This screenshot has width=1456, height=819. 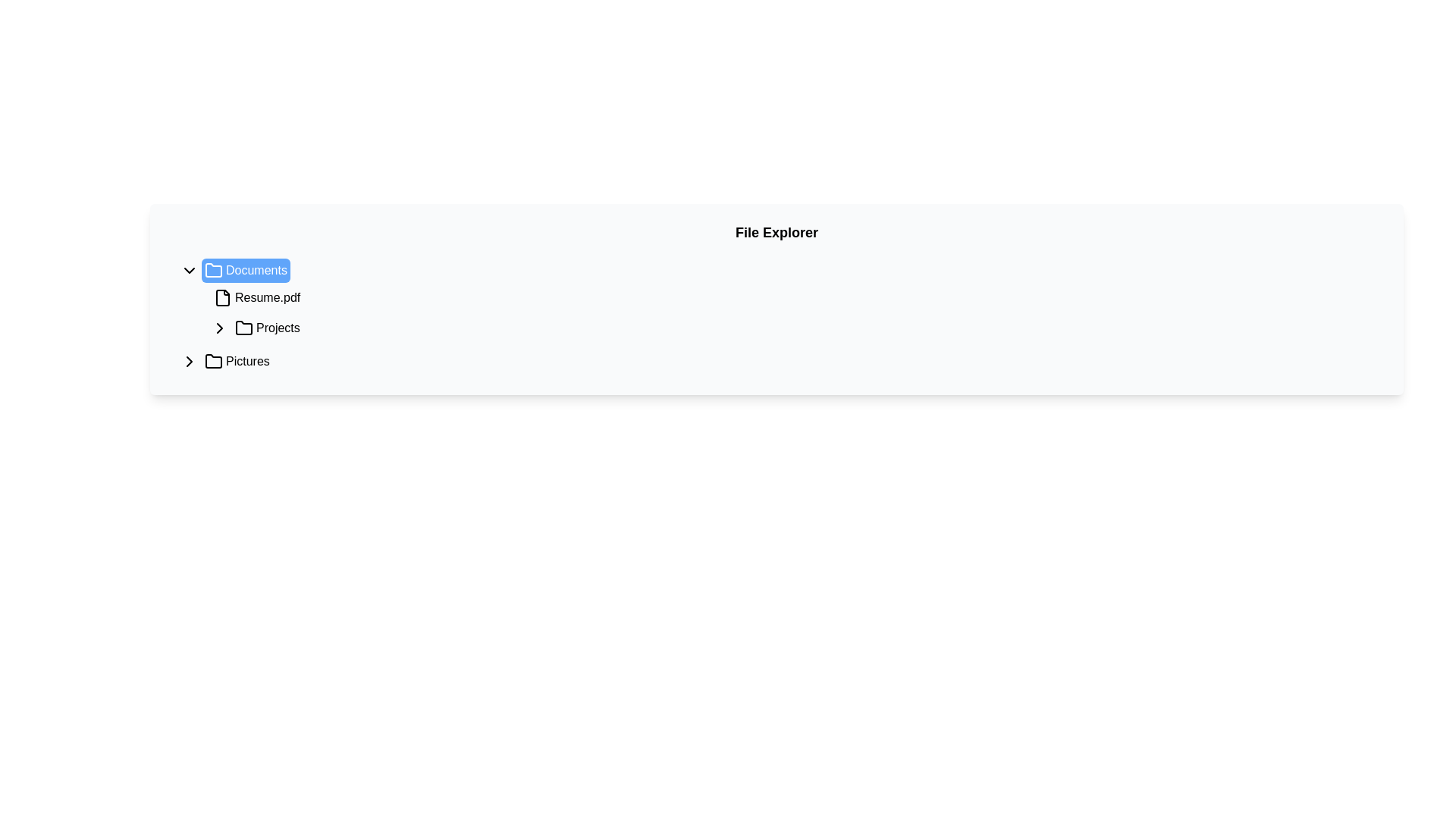 What do you see at coordinates (218, 327) in the screenshot?
I see `the small right-pointing chevron icon button` at bounding box center [218, 327].